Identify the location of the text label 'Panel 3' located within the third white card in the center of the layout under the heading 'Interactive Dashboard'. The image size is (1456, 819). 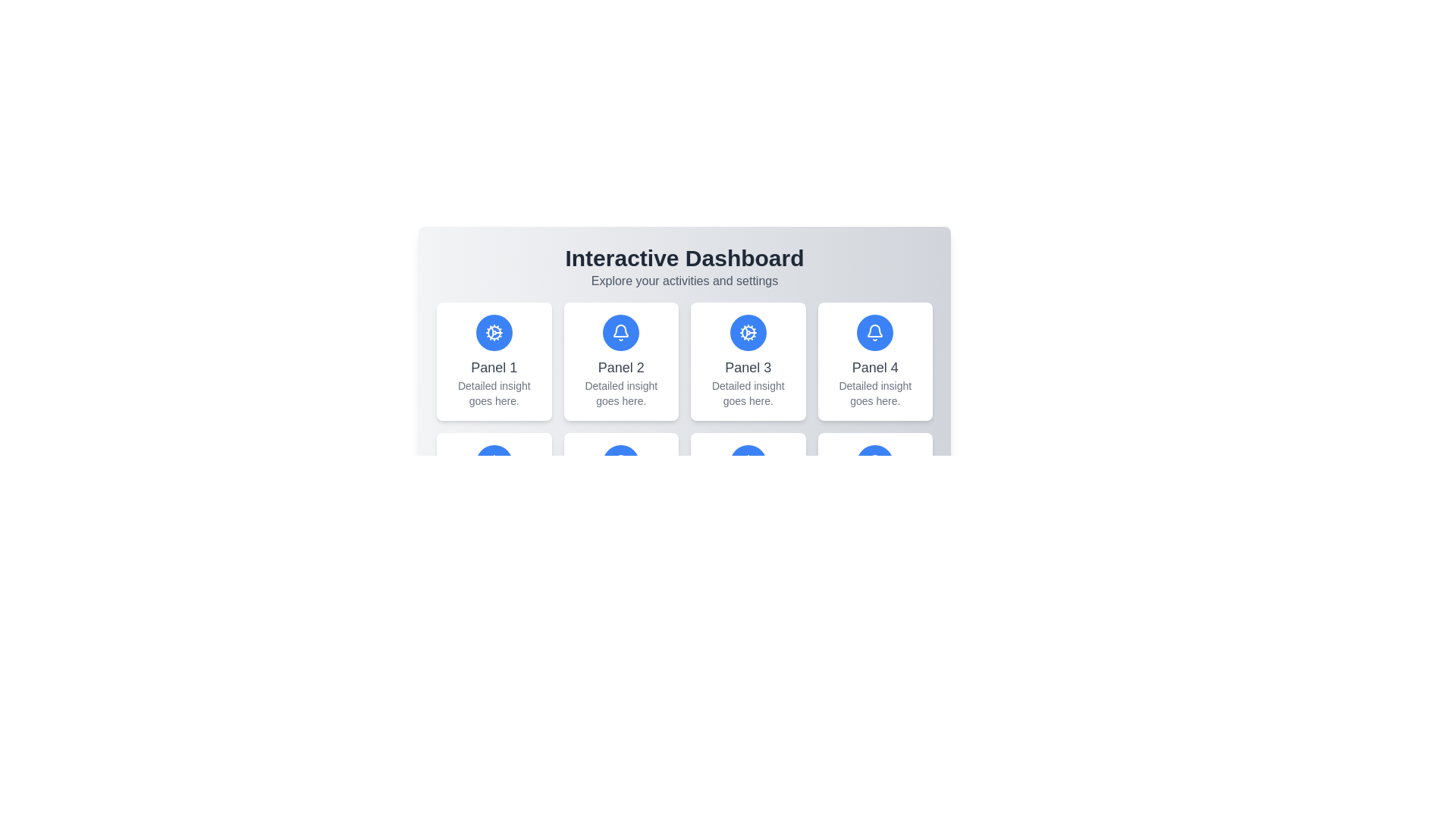
(748, 368).